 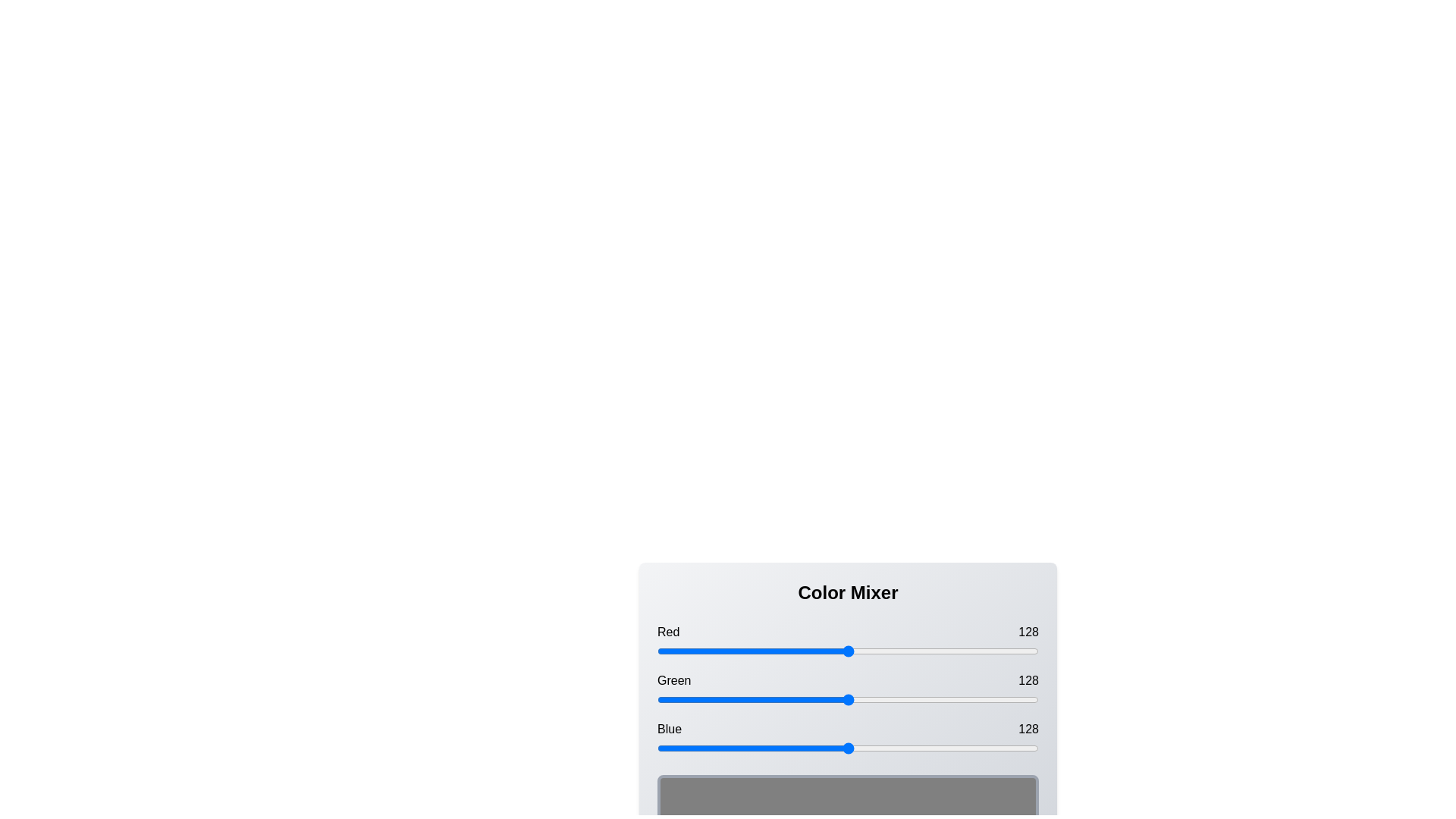 What do you see at coordinates (806, 651) in the screenshot?
I see `the red slider to 100` at bounding box center [806, 651].